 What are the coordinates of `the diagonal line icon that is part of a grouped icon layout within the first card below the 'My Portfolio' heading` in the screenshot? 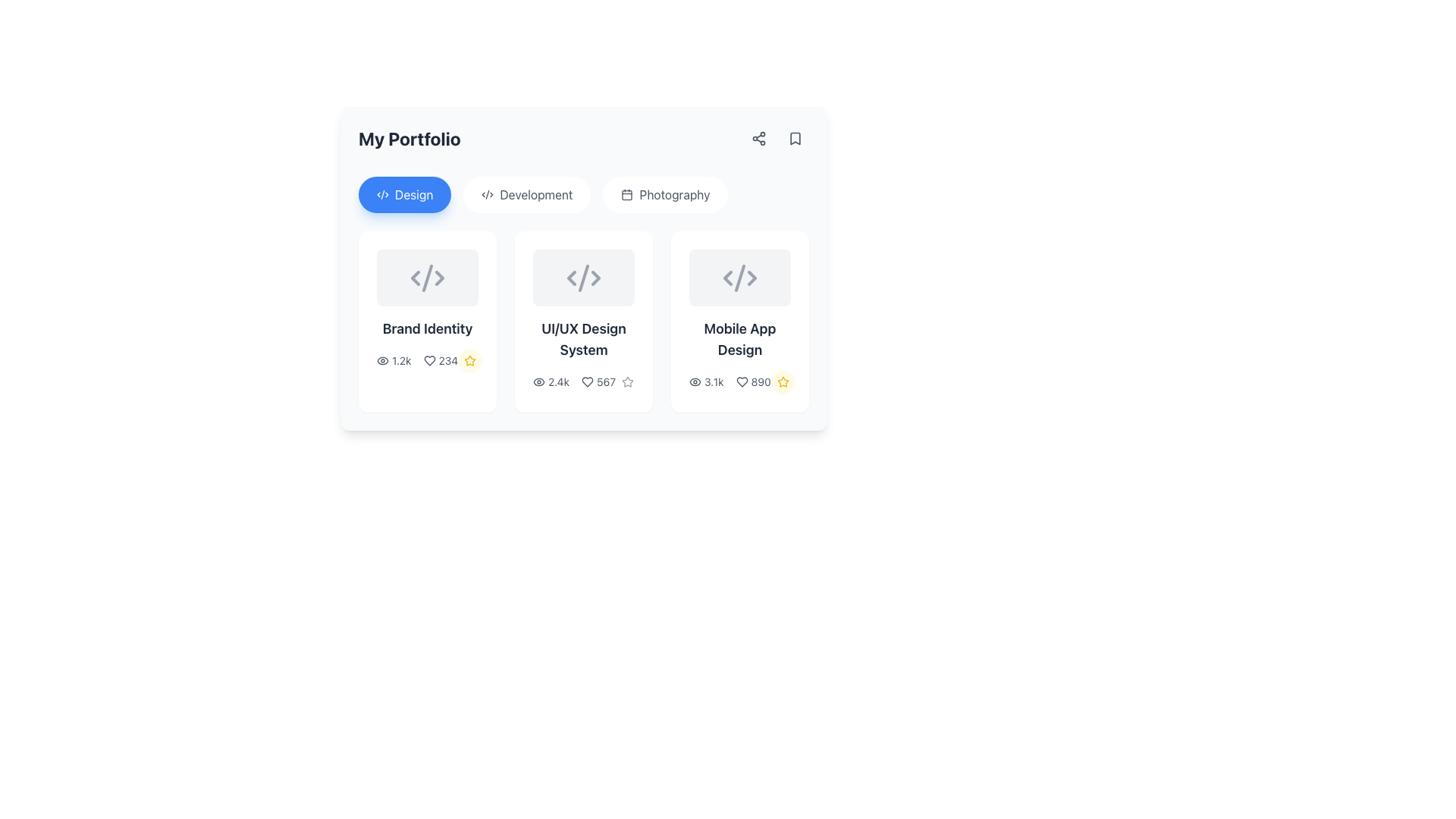 It's located at (427, 278).